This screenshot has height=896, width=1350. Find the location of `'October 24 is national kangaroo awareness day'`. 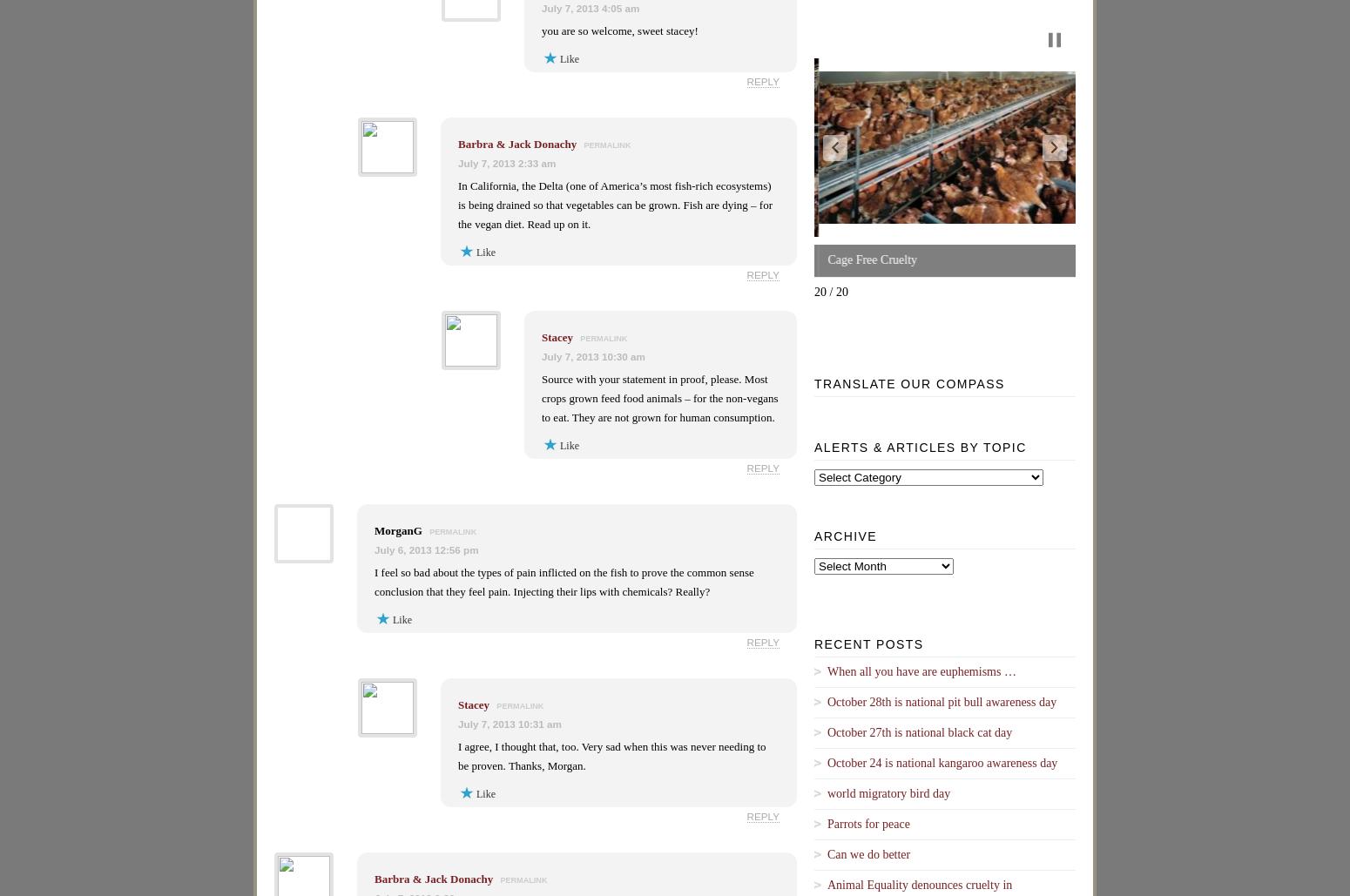

'October 24 is national kangaroo awareness day' is located at coordinates (942, 761).